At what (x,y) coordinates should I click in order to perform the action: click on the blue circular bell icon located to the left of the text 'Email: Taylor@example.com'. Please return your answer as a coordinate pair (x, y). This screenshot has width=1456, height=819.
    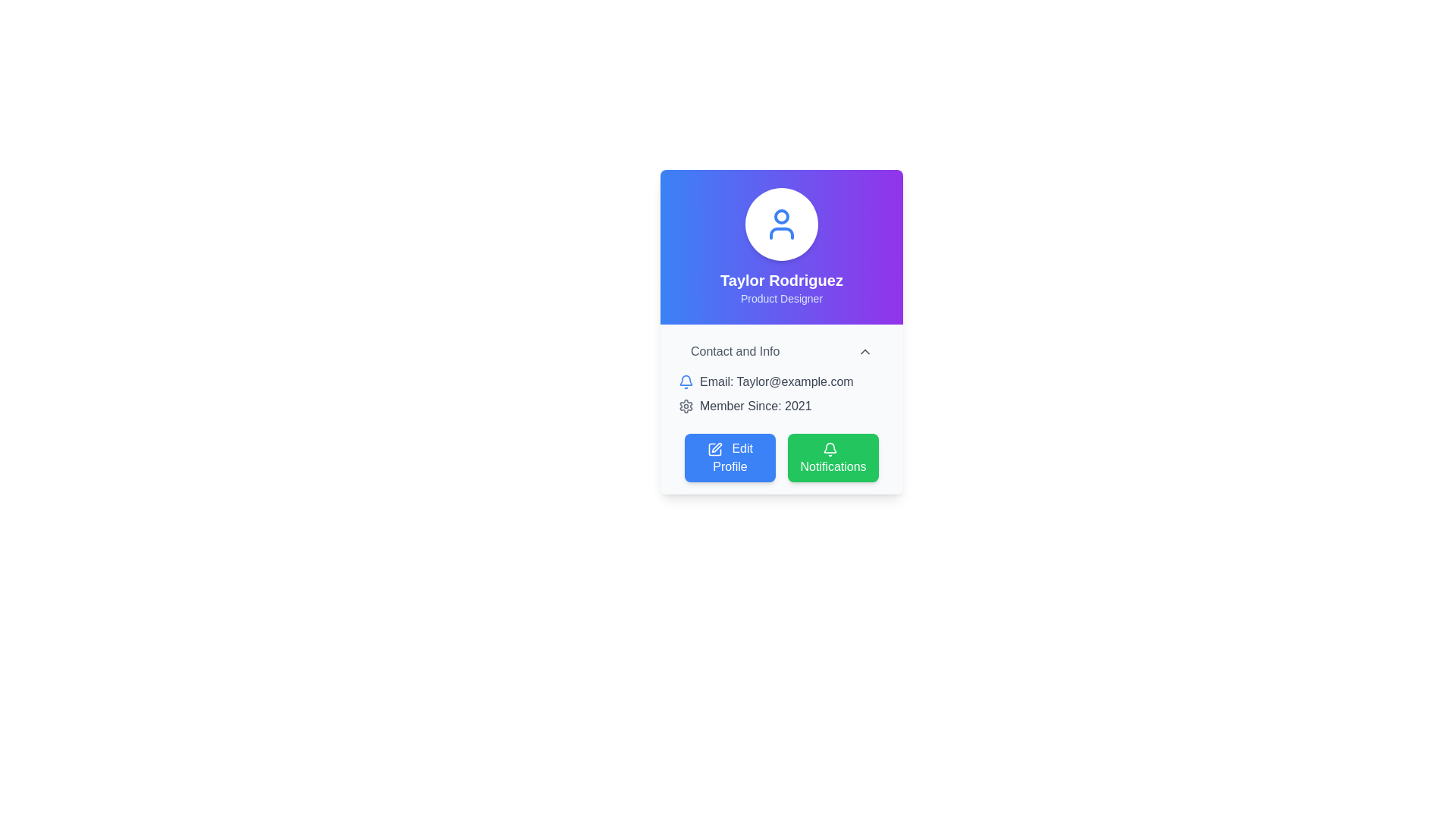
    Looking at the image, I should click on (686, 381).